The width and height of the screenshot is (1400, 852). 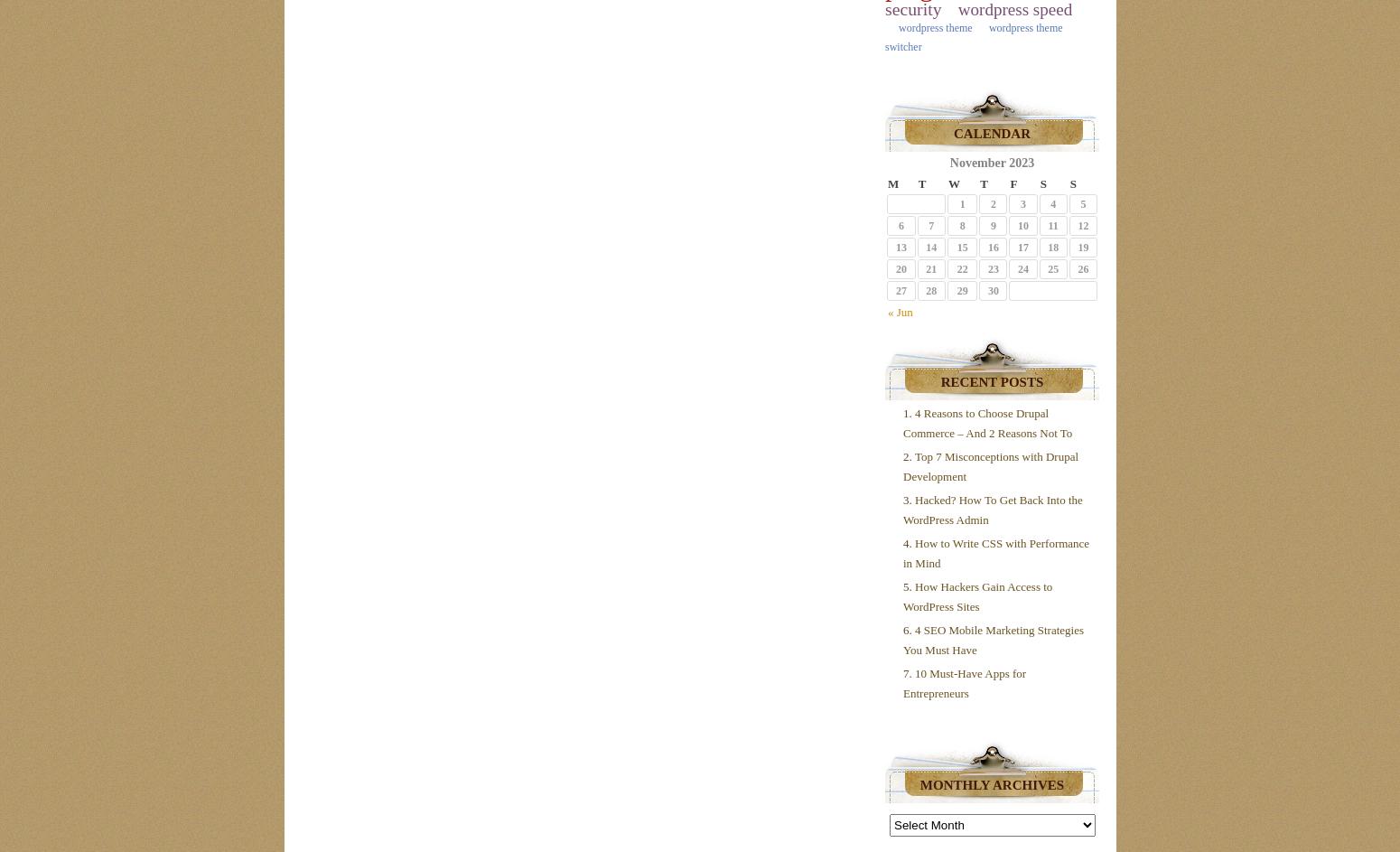 What do you see at coordinates (892, 183) in the screenshot?
I see `'M'` at bounding box center [892, 183].